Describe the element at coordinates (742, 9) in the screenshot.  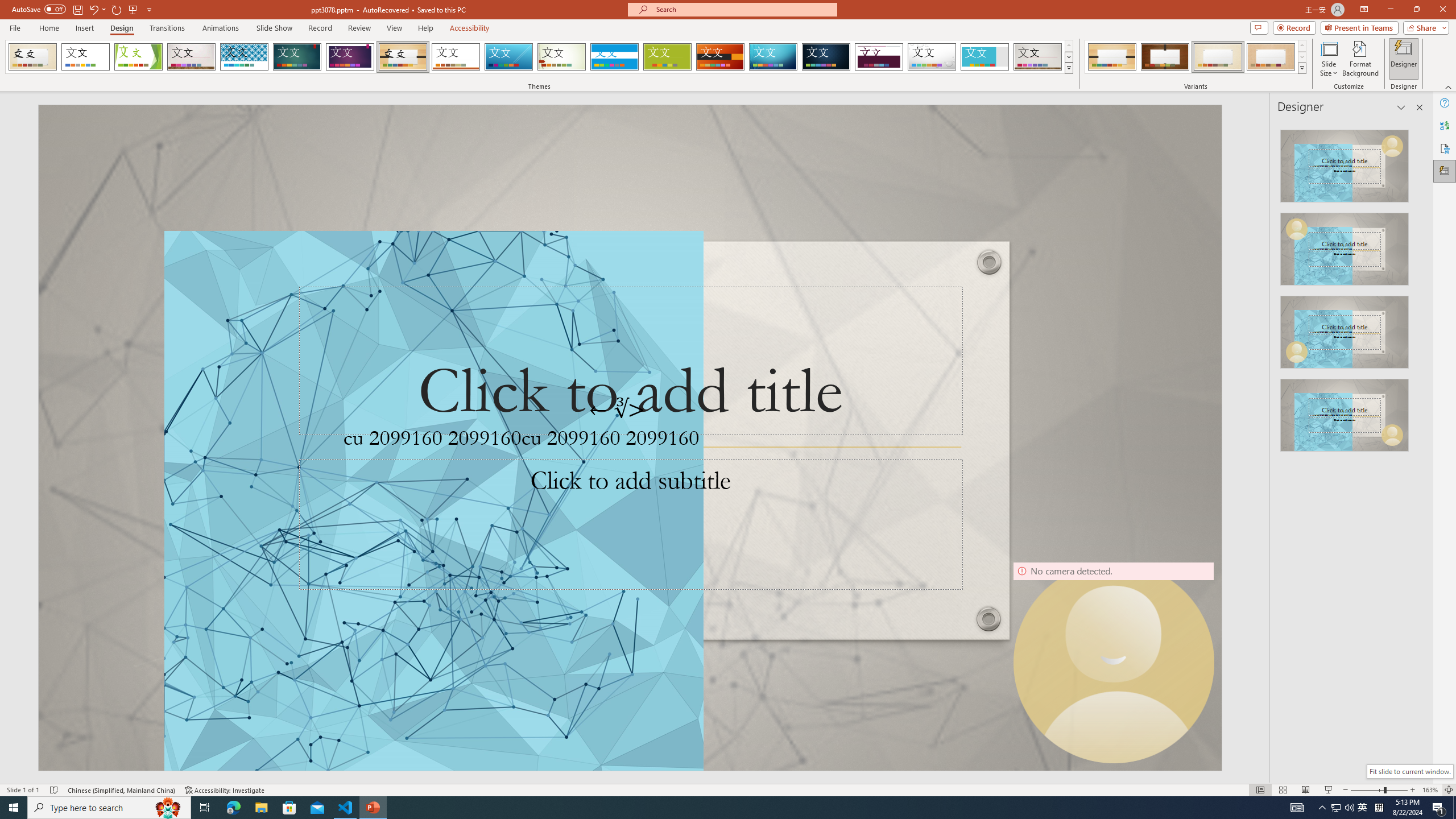
I see `'Microsoft search'` at that location.